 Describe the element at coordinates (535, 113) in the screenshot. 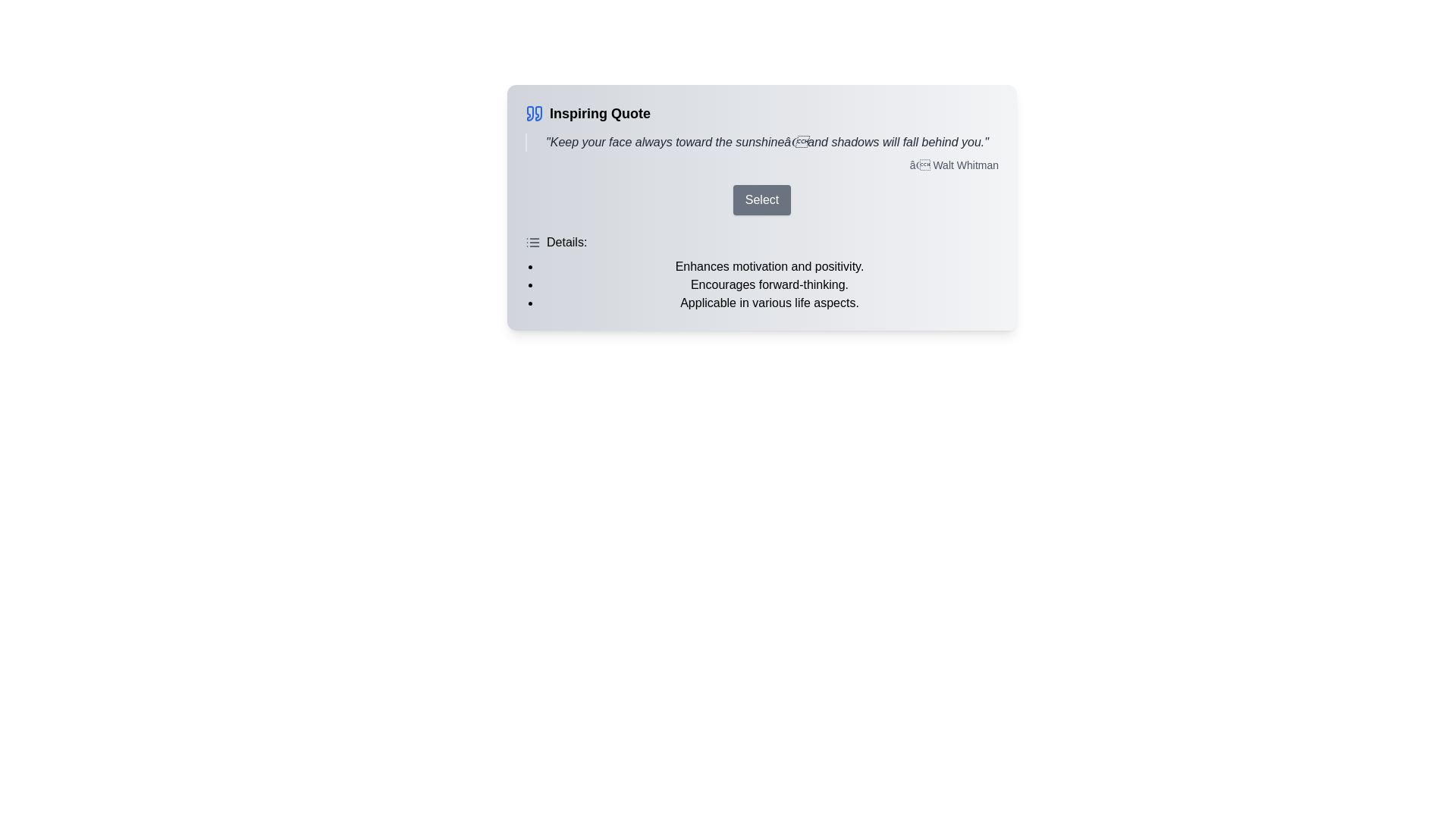

I see `the decorative blue quotation marks icon located to the left of the text 'Inspiring Quote' in the header section` at that location.